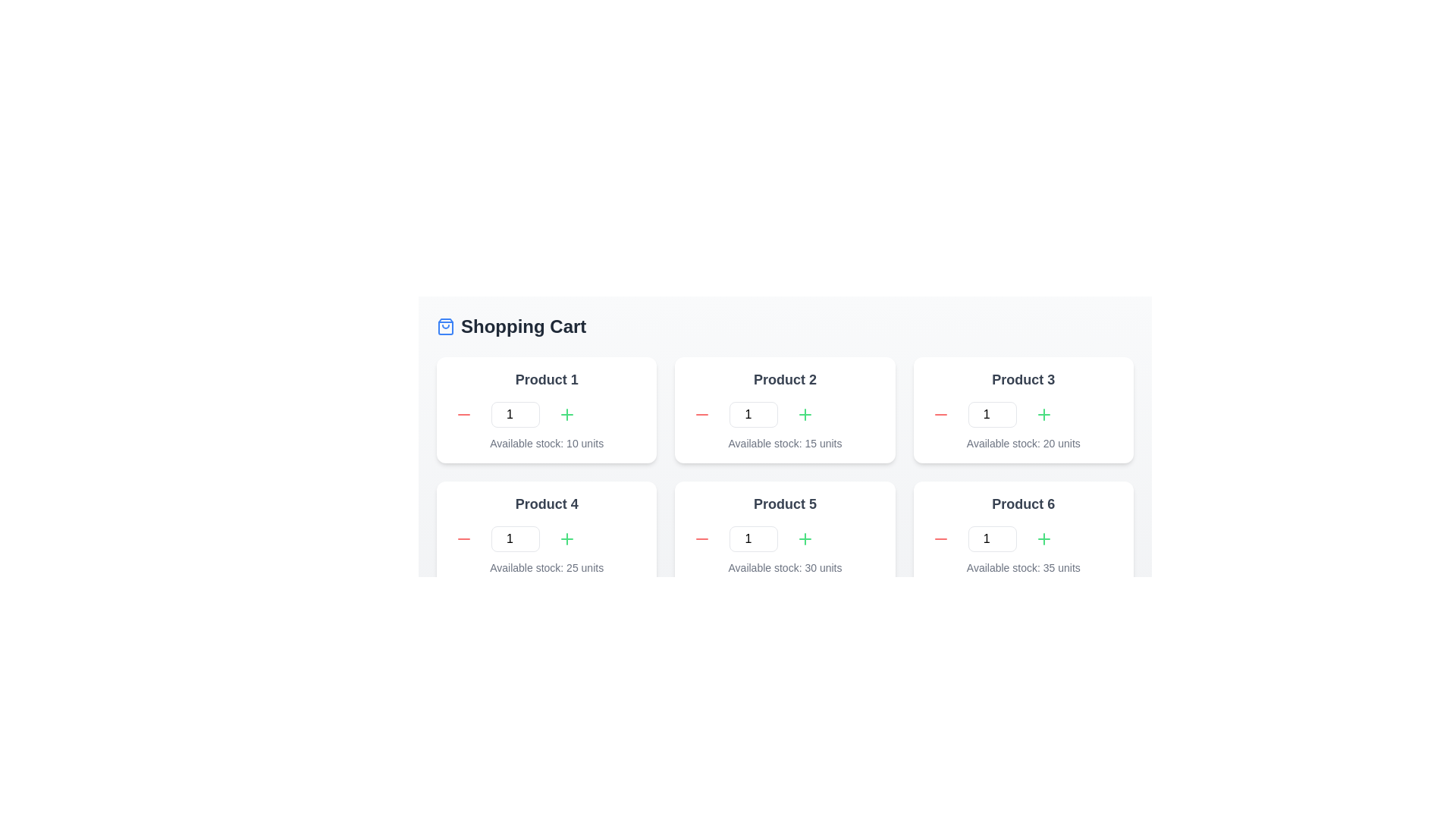 This screenshot has width=1456, height=819. What do you see at coordinates (940, 415) in the screenshot?
I see `the red circular button with a minus symbol to decrease the quantity of 'Product 3' in the shopping cart` at bounding box center [940, 415].